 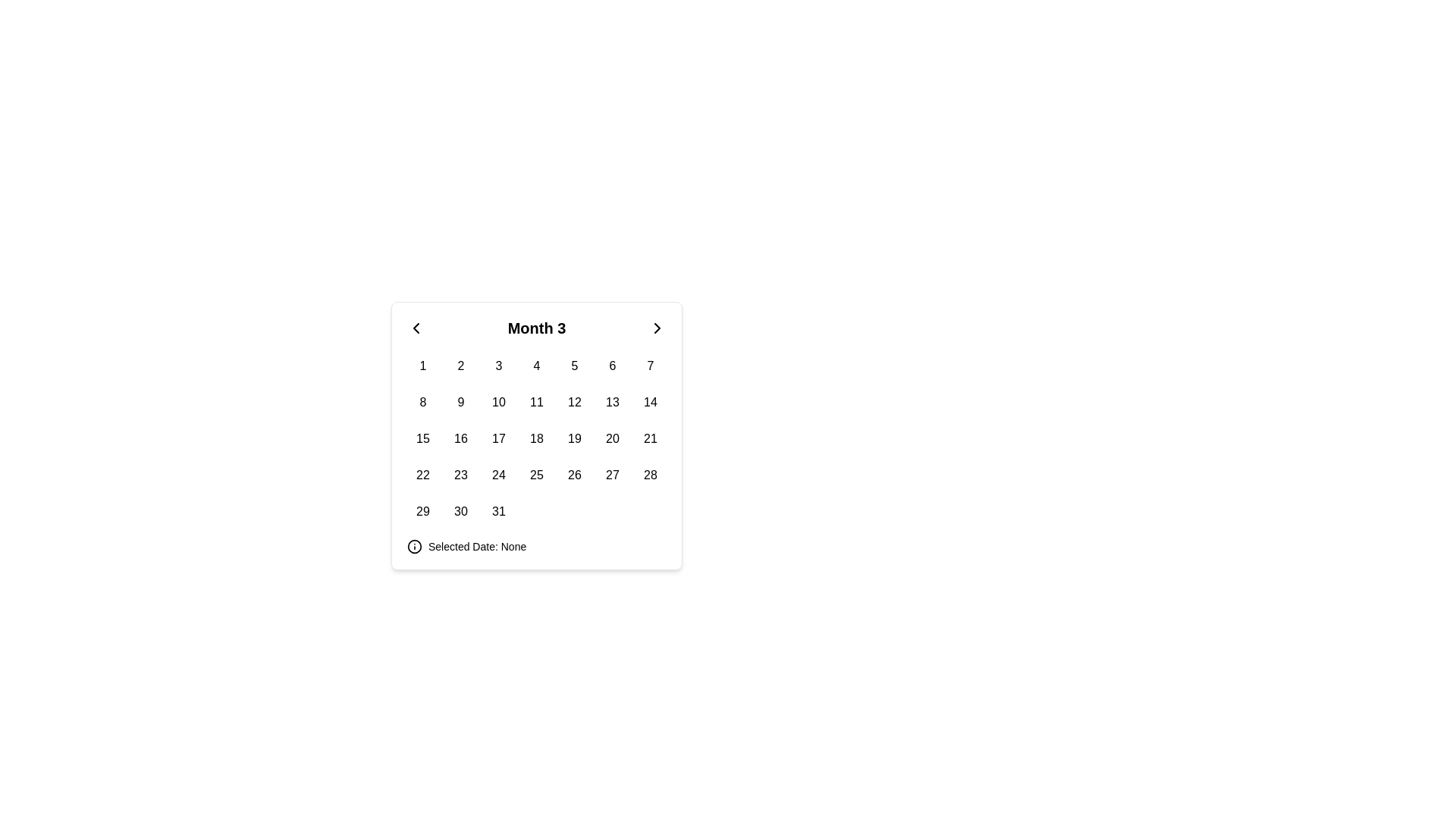 I want to click on the text button labeled '18' in the calendar grid, so click(x=537, y=438).